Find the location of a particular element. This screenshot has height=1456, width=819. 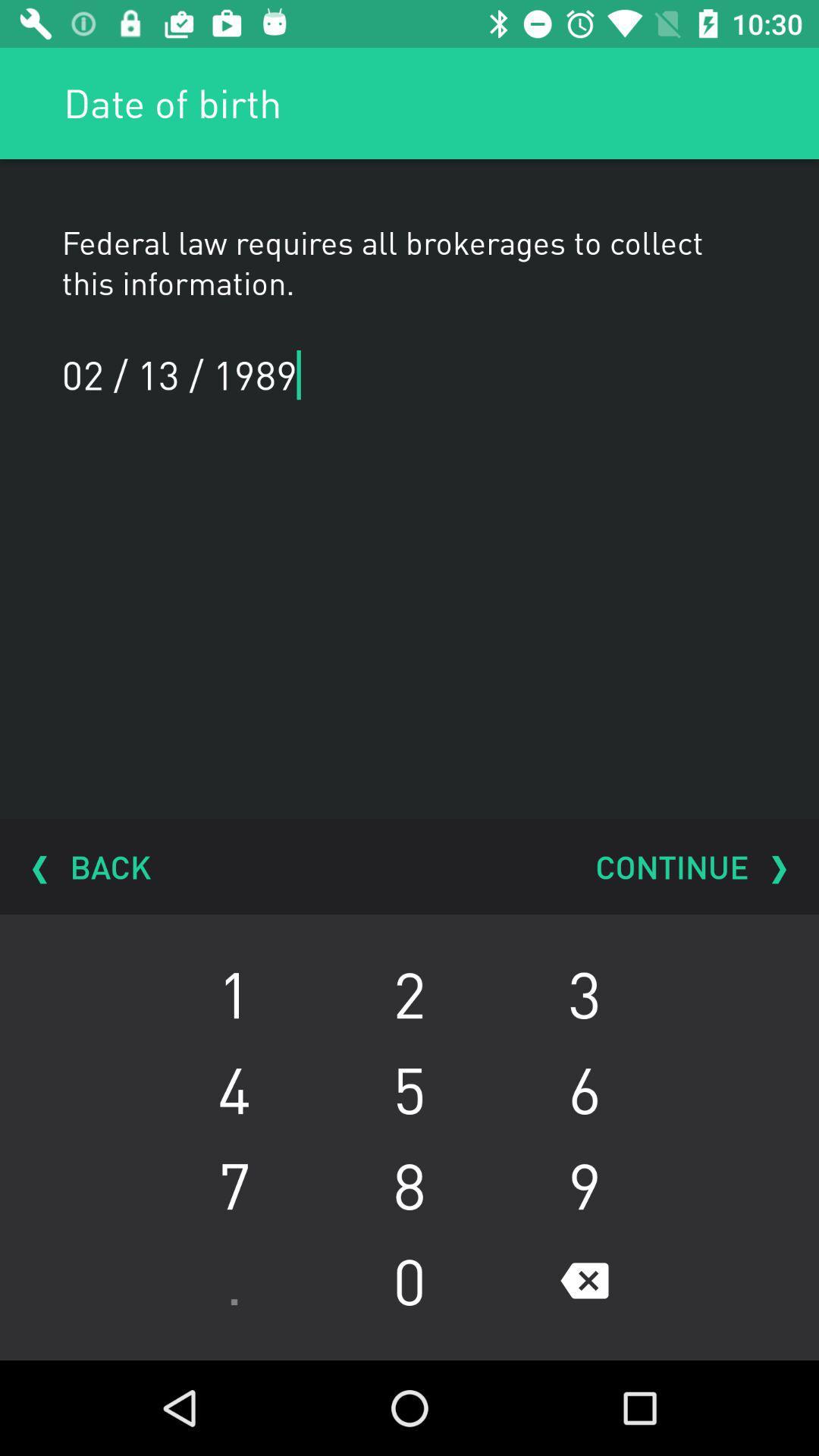

icon next to the 2 is located at coordinates (234, 1088).